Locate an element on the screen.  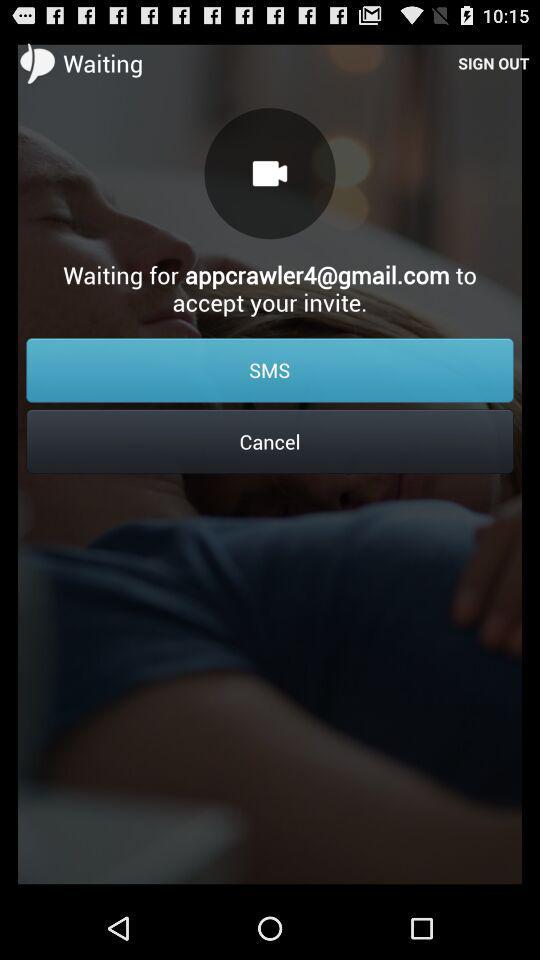
the icon below the sms item is located at coordinates (270, 441).